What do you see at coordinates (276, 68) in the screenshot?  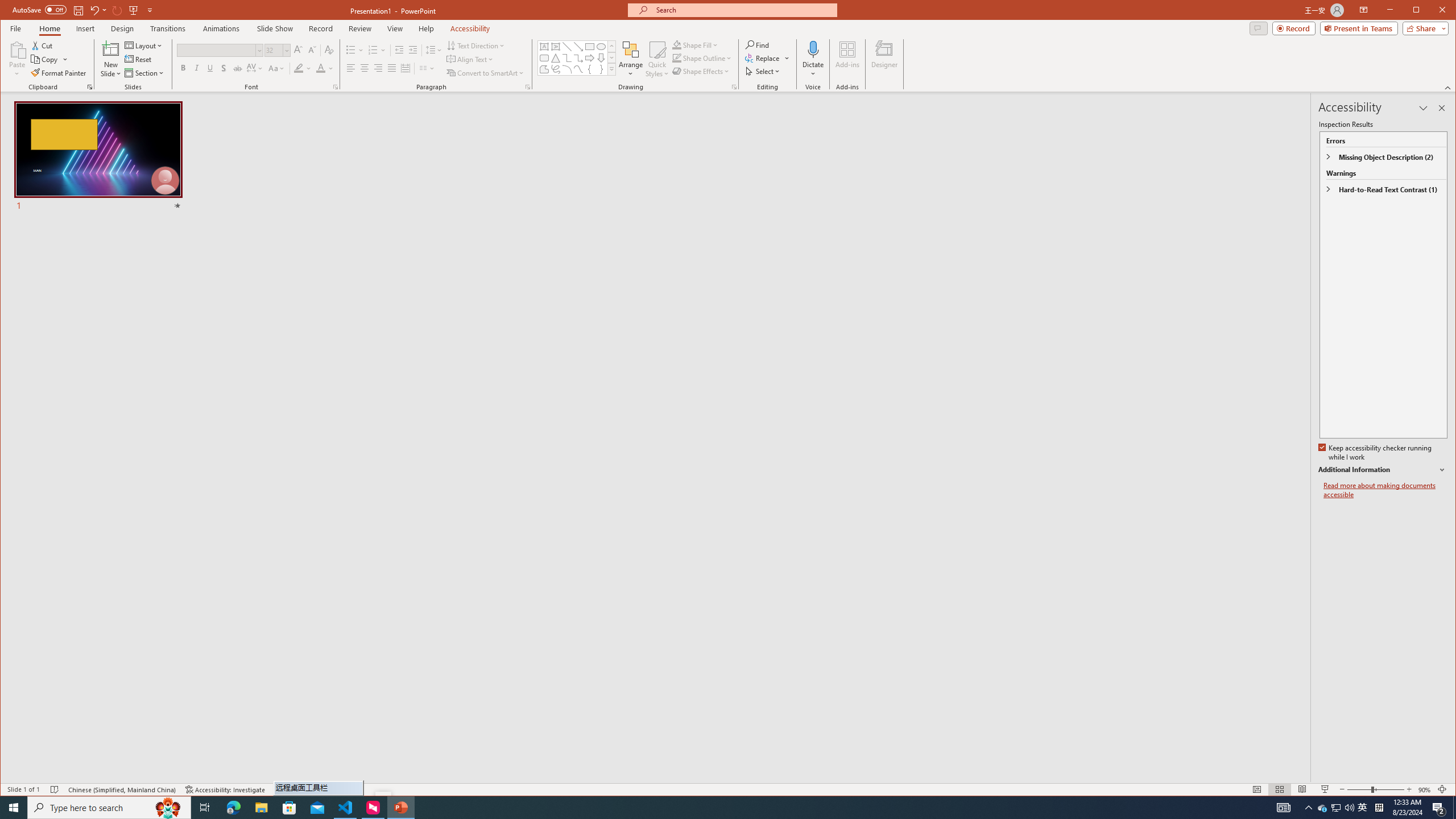 I see `'Change Case'` at bounding box center [276, 68].